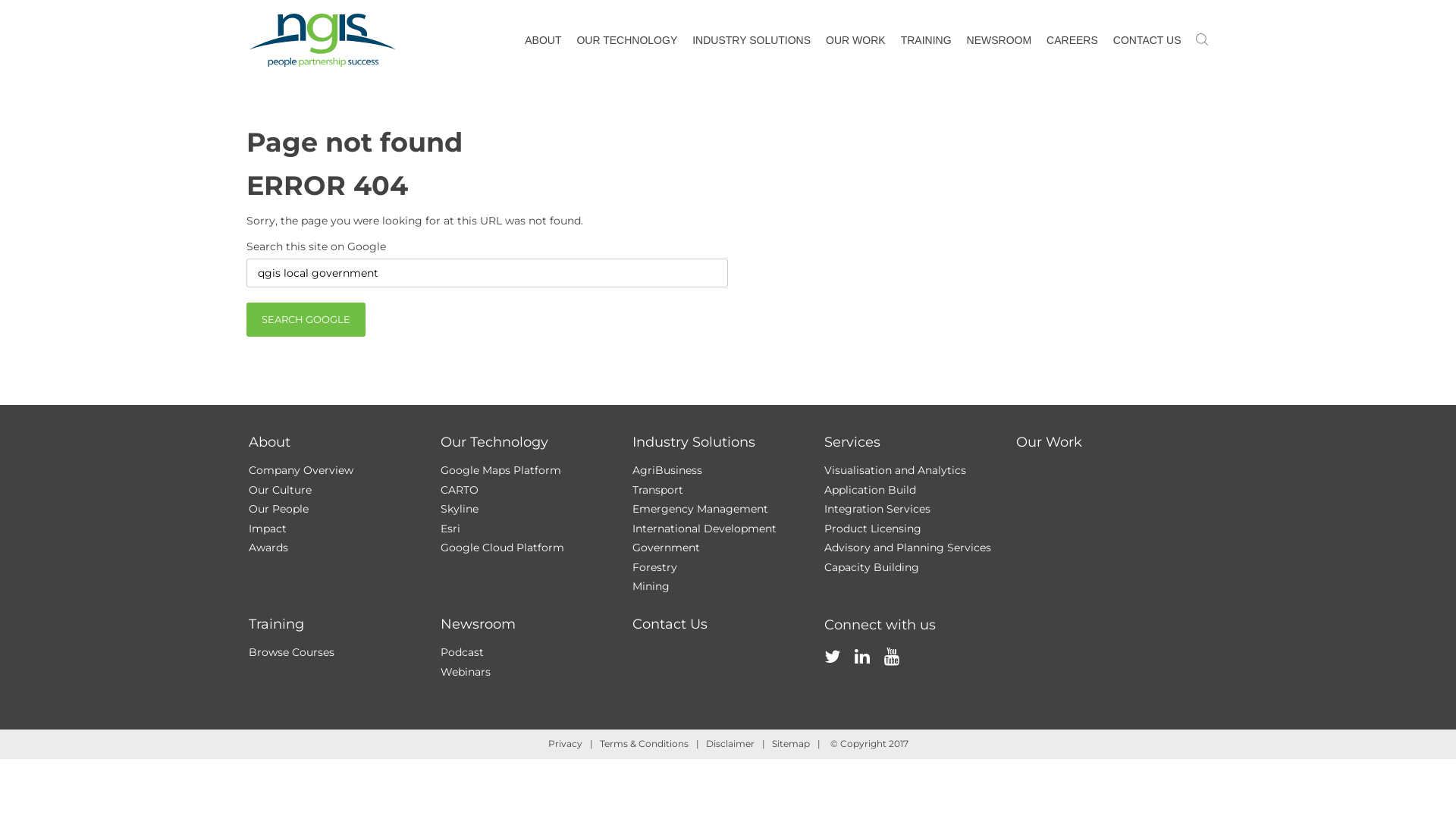  What do you see at coordinates (269, 441) in the screenshot?
I see `'About'` at bounding box center [269, 441].